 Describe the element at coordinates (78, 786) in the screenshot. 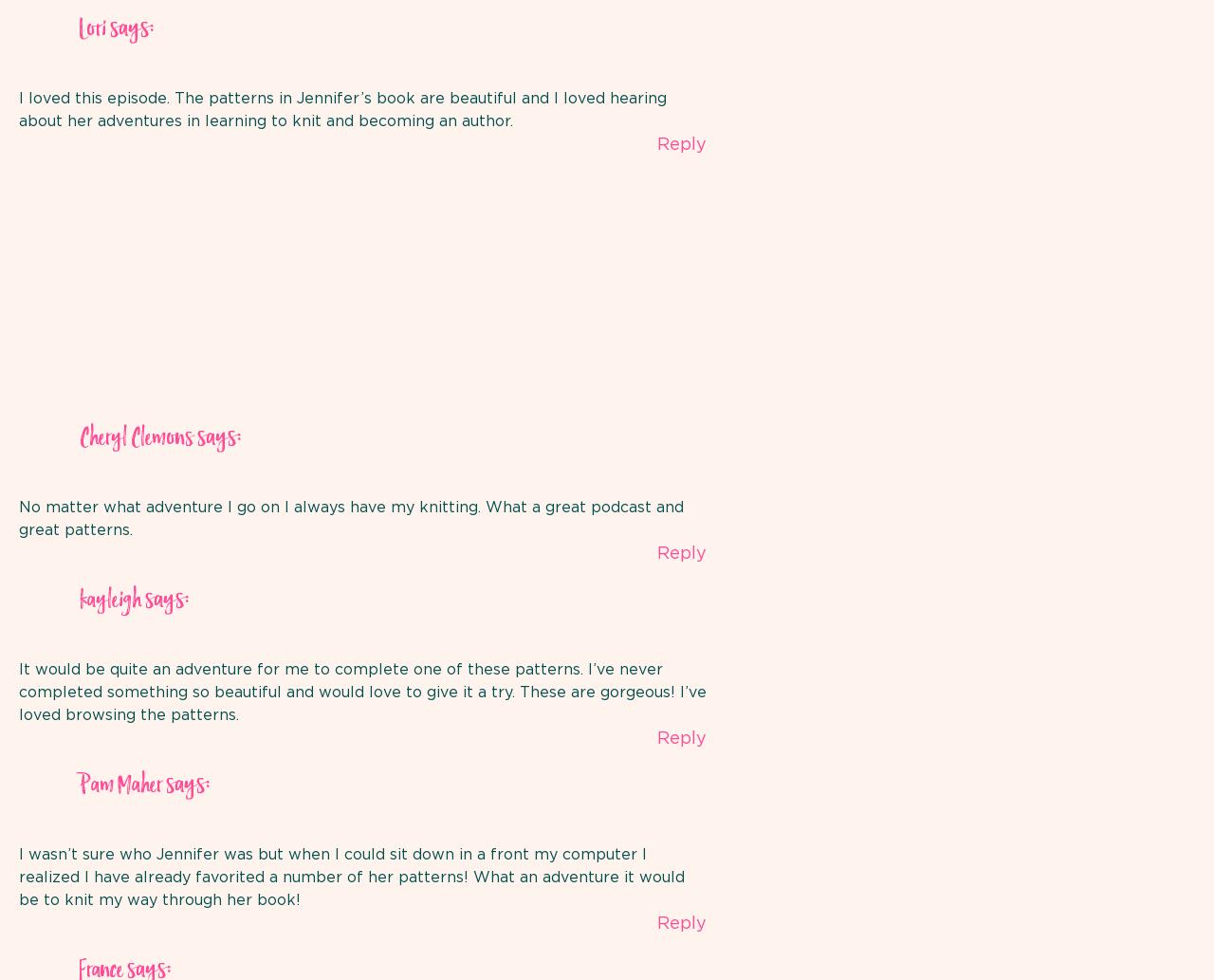

I see `'Pam Maher'` at that location.